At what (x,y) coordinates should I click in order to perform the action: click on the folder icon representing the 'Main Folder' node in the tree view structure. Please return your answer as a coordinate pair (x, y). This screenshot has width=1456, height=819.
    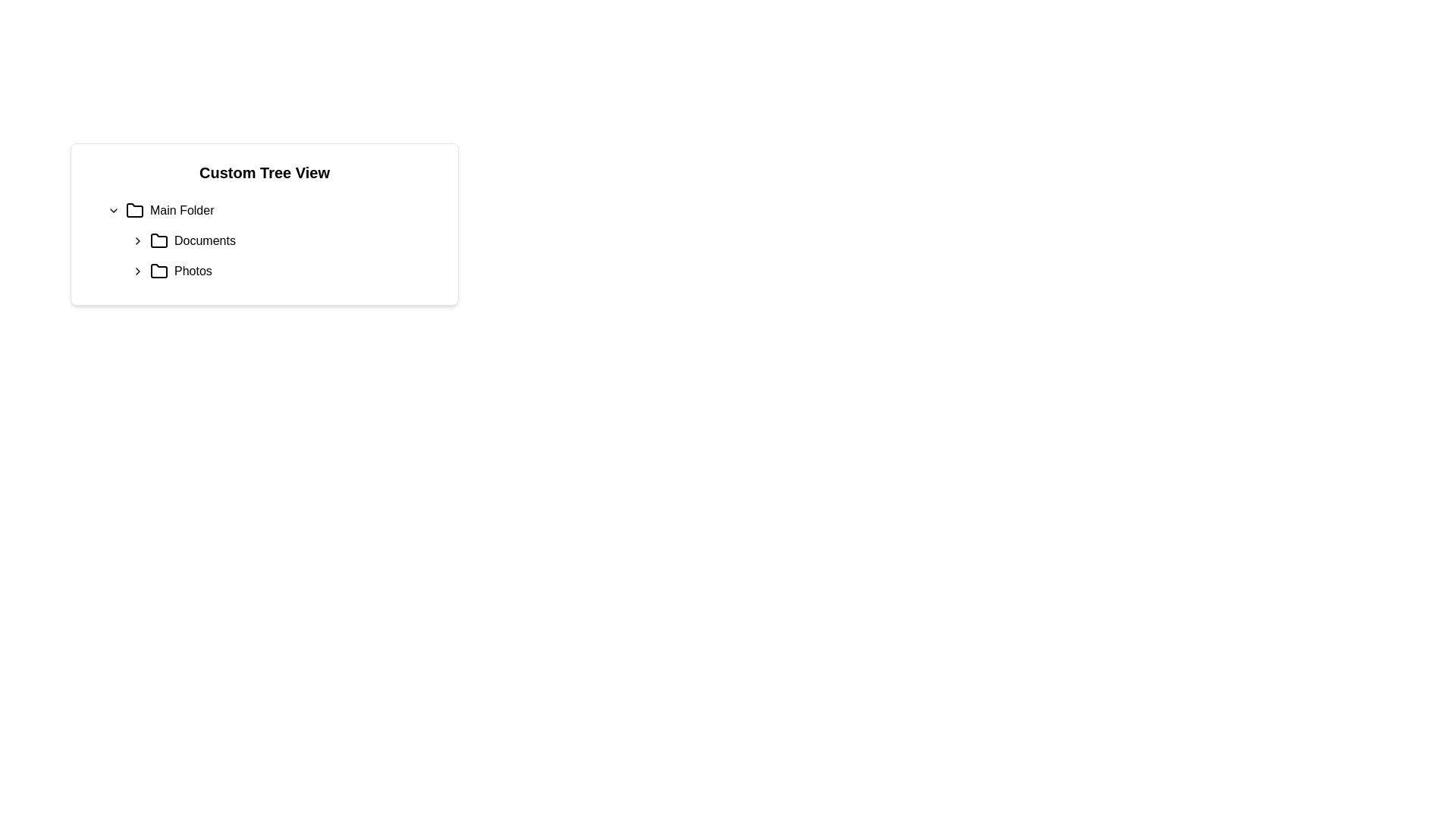
    Looking at the image, I should click on (134, 210).